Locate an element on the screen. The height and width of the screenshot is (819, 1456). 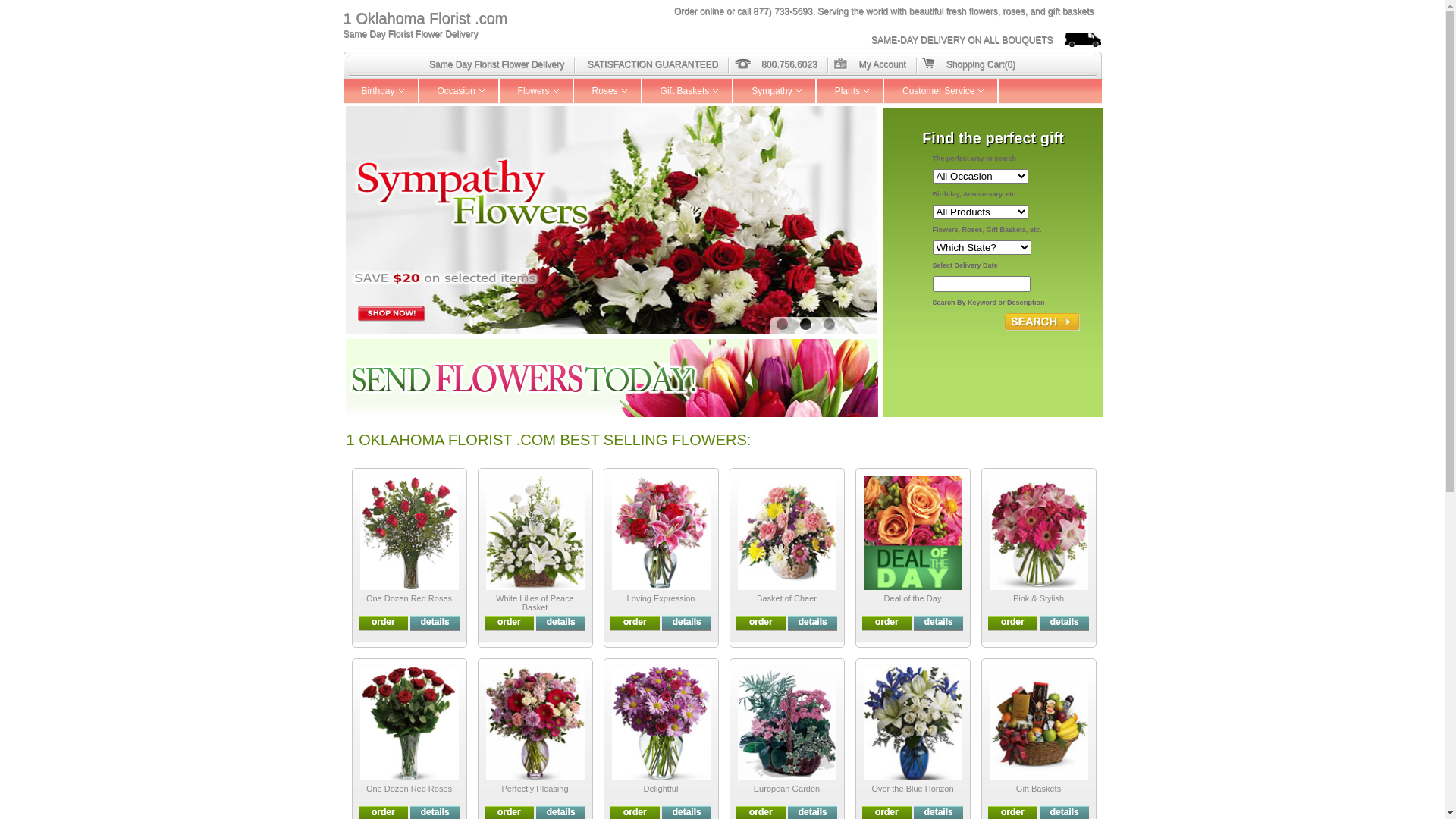
'Occasion' is located at coordinates (458, 90).